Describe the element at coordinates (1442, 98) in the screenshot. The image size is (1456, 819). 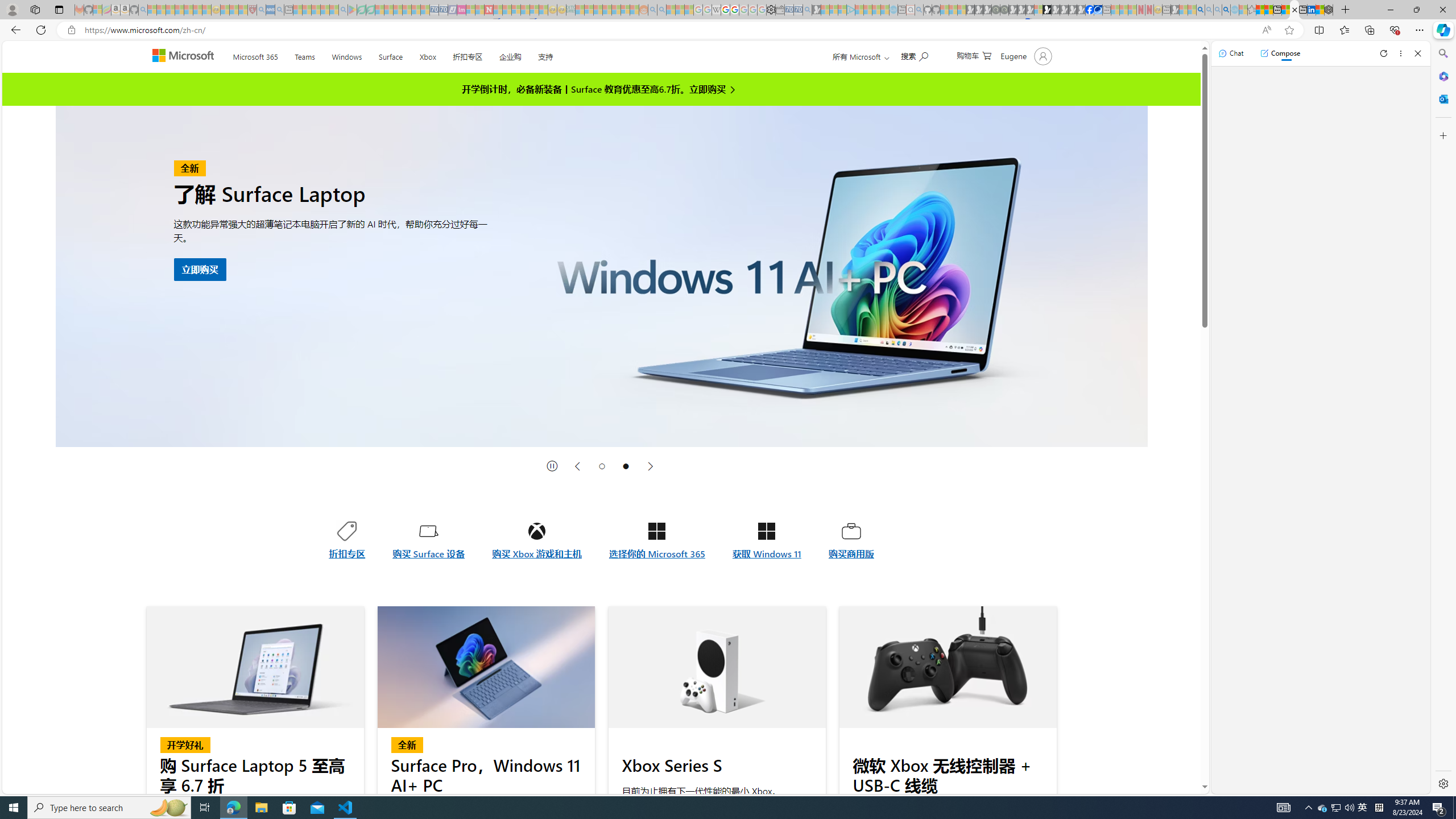
I see `'Close Outlook pane'` at that location.